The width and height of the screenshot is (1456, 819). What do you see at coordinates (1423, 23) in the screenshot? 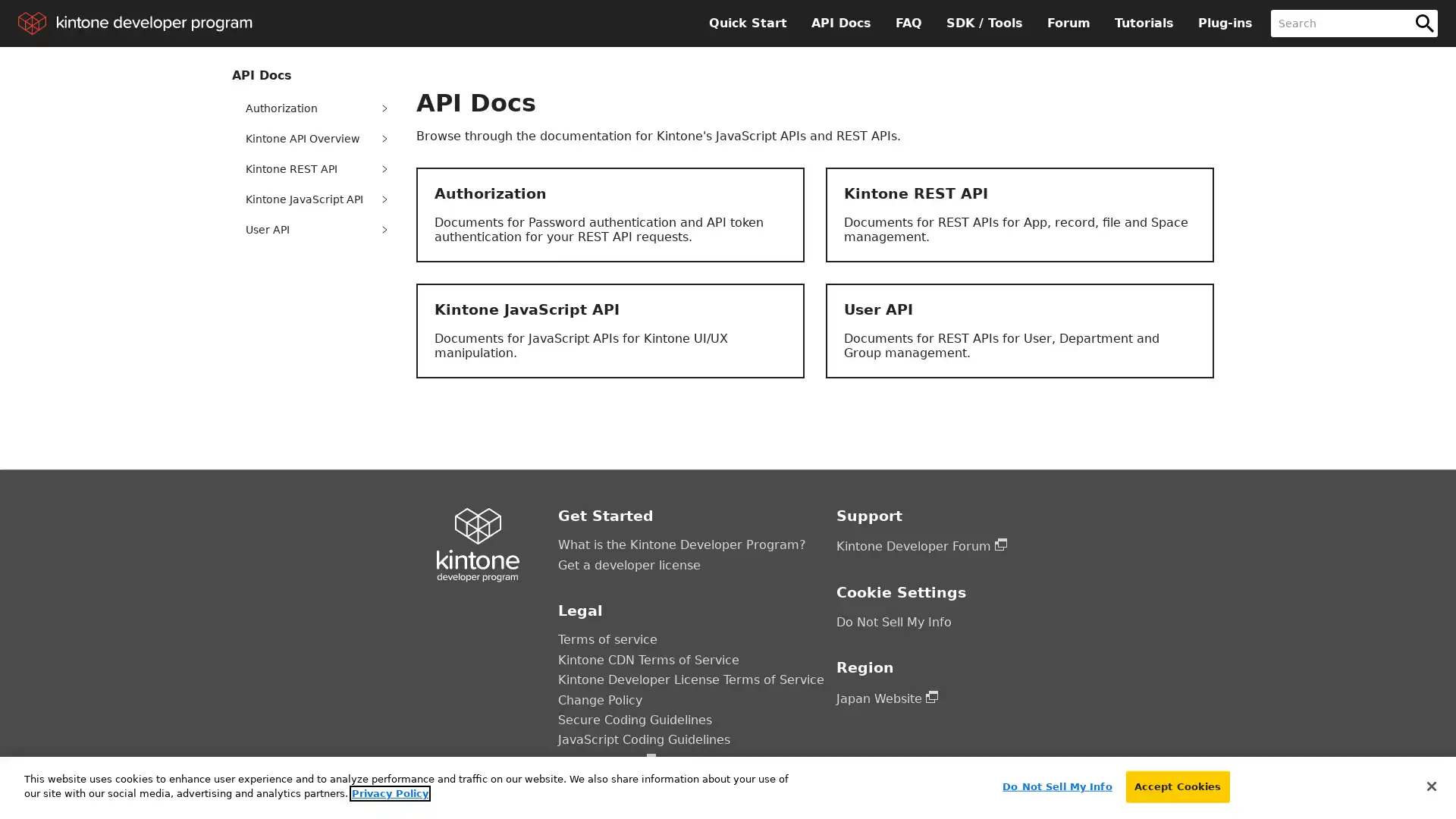
I see `Search` at bounding box center [1423, 23].